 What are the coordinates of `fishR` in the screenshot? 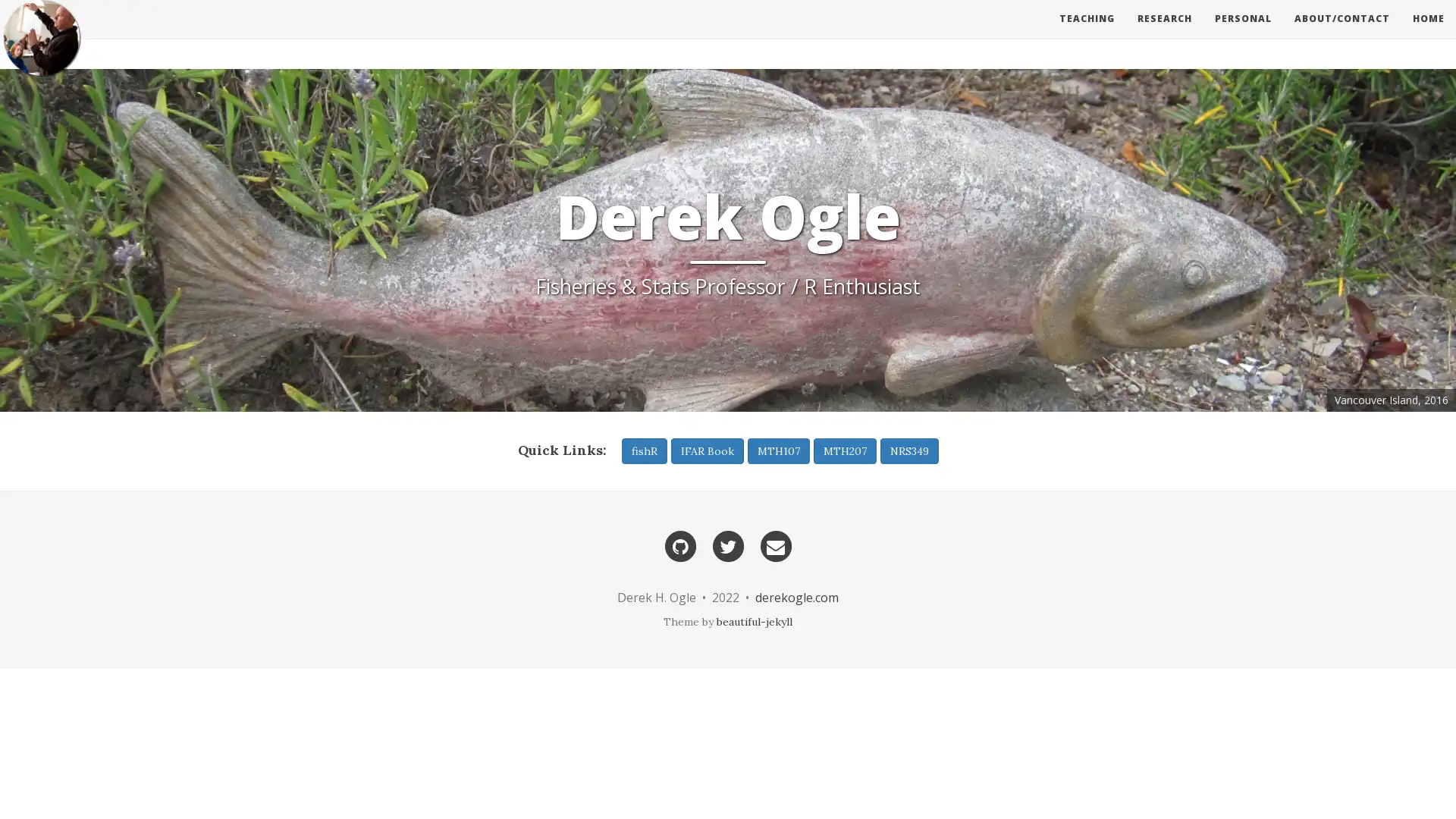 It's located at (644, 450).